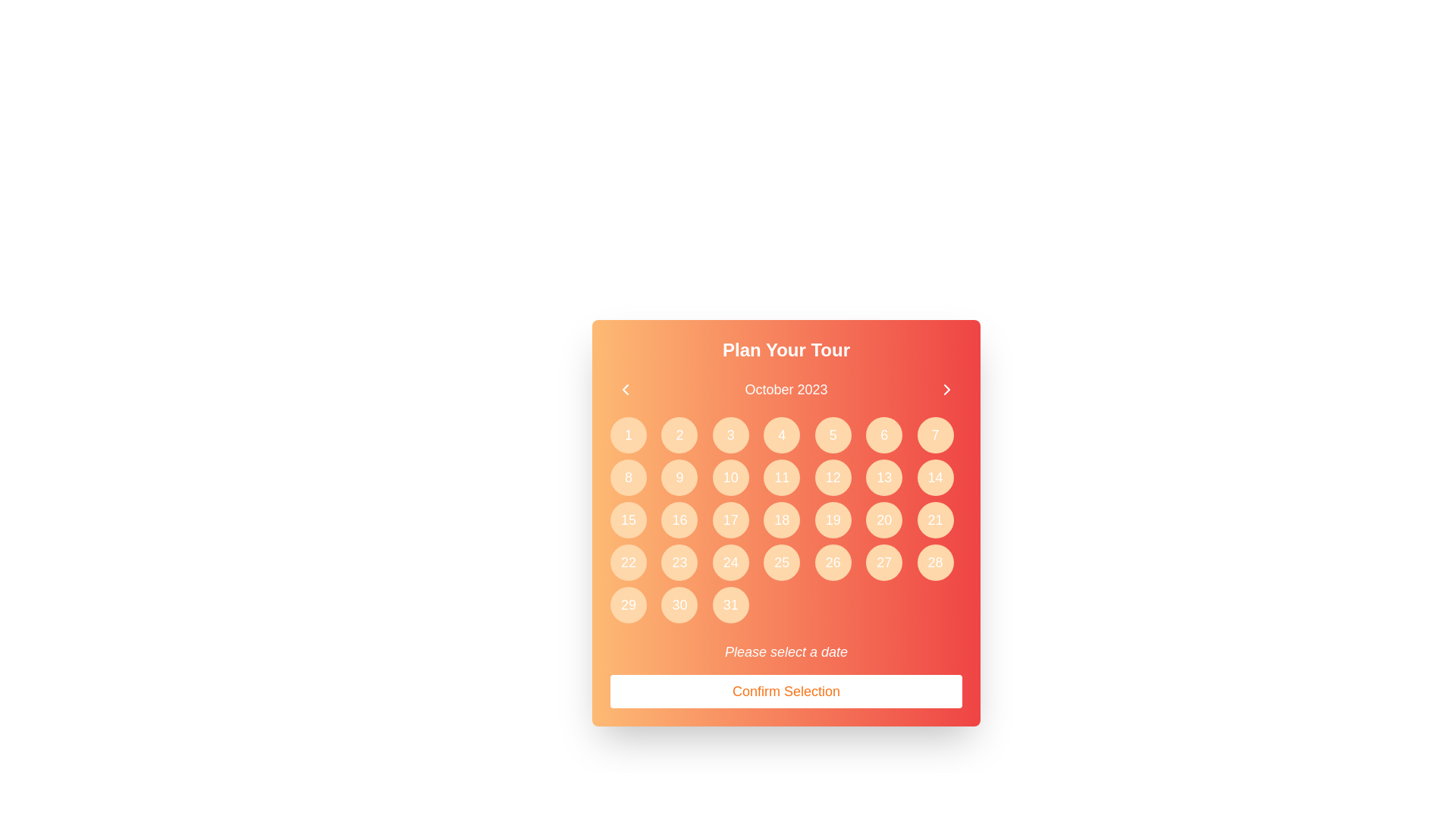 The height and width of the screenshot is (819, 1456). Describe the element at coordinates (832, 562) in the screenshot. I see `the circular button with the numeral '26' that has a light orange background and white text, located in the sixth column and fourth row of the calendar grid` at that location.